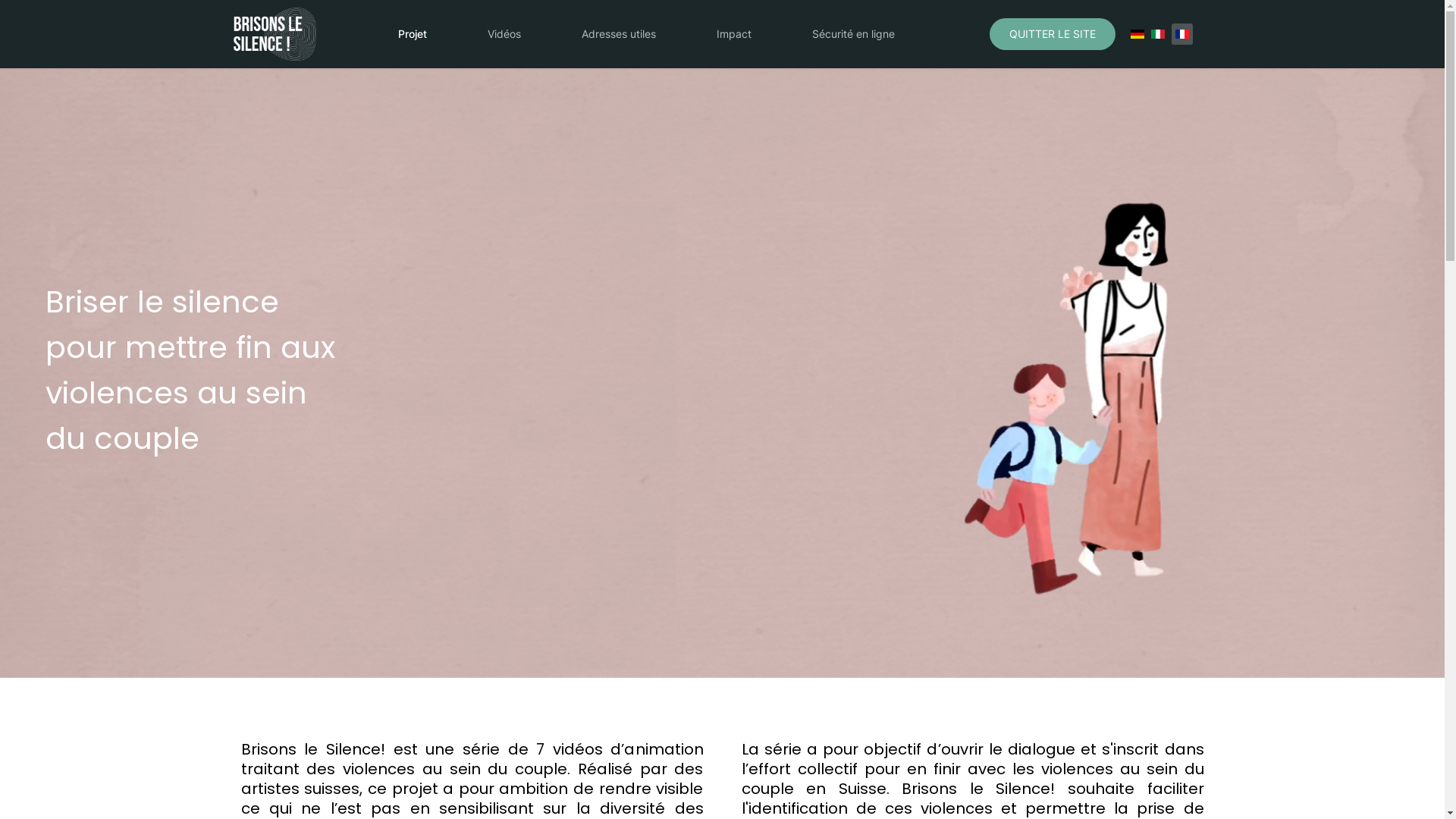  Describe the element at coordinates (1156, 34) in the screenshot. I see `'Italiano (it-IT)'` at that location.